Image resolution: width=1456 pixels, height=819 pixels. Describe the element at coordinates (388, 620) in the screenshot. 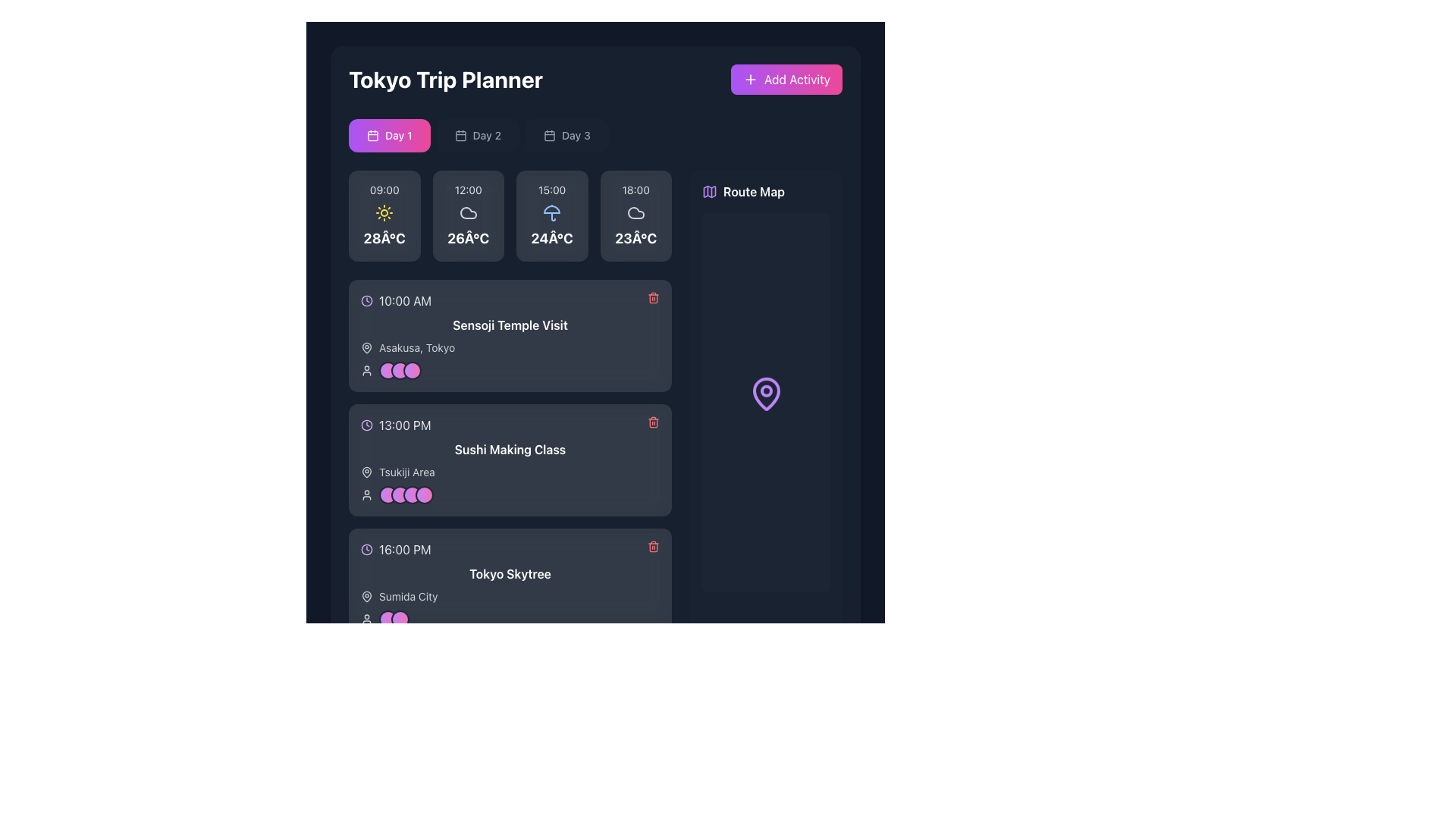

I see `the user avatar placeholder visual indicator located below the 'Sumida City' text in the trip activity card for 'Tokyo Skytree'` at that location.